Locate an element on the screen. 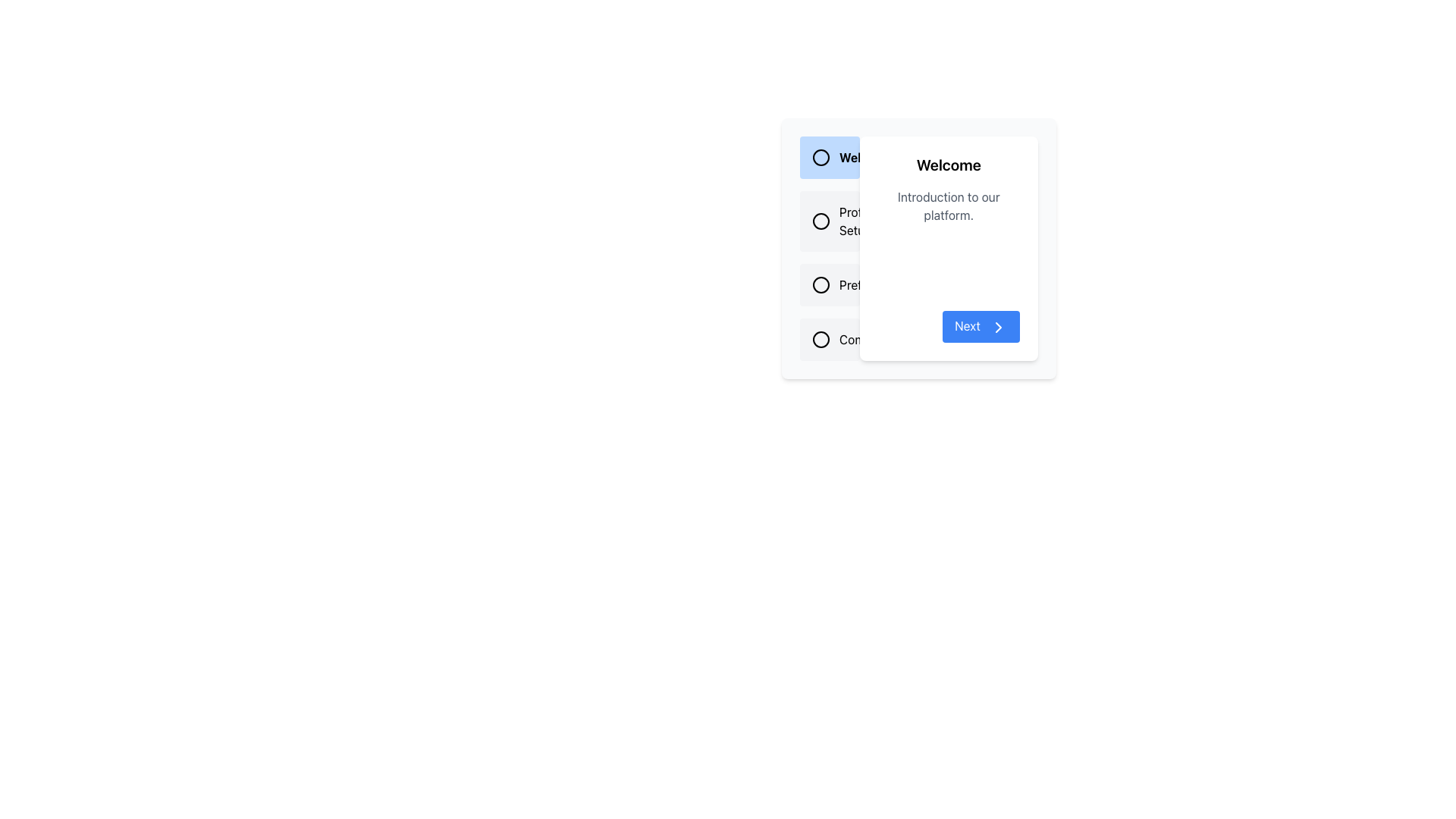 Image resolution: width=1456 pixels, height=819 pixels. the circle of the third radio button labeled 'Preferences' is located at coordinates (821, 284).